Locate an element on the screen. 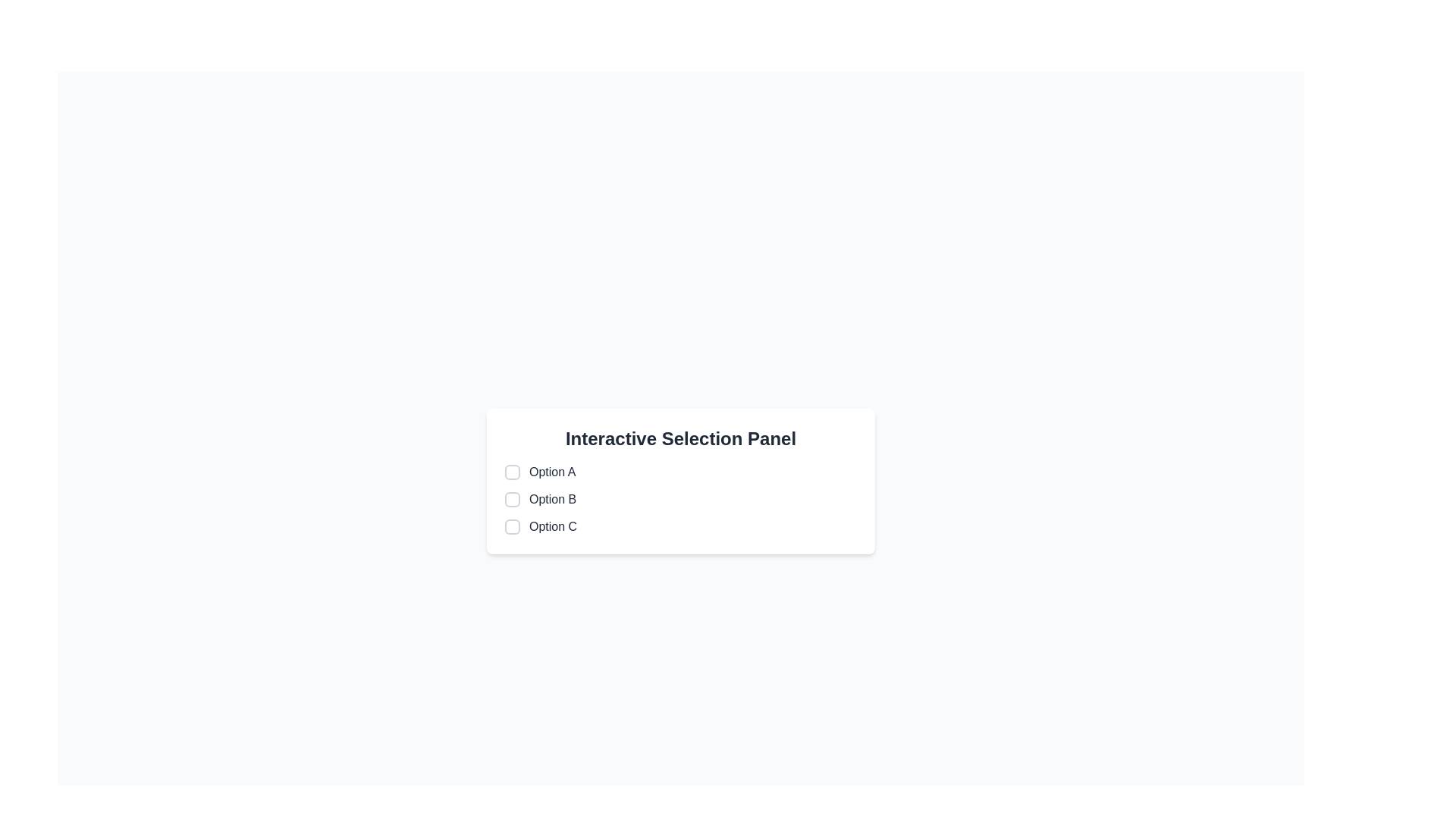  the checkbox associated with 'Option C' is located at coordinates (513, 526).